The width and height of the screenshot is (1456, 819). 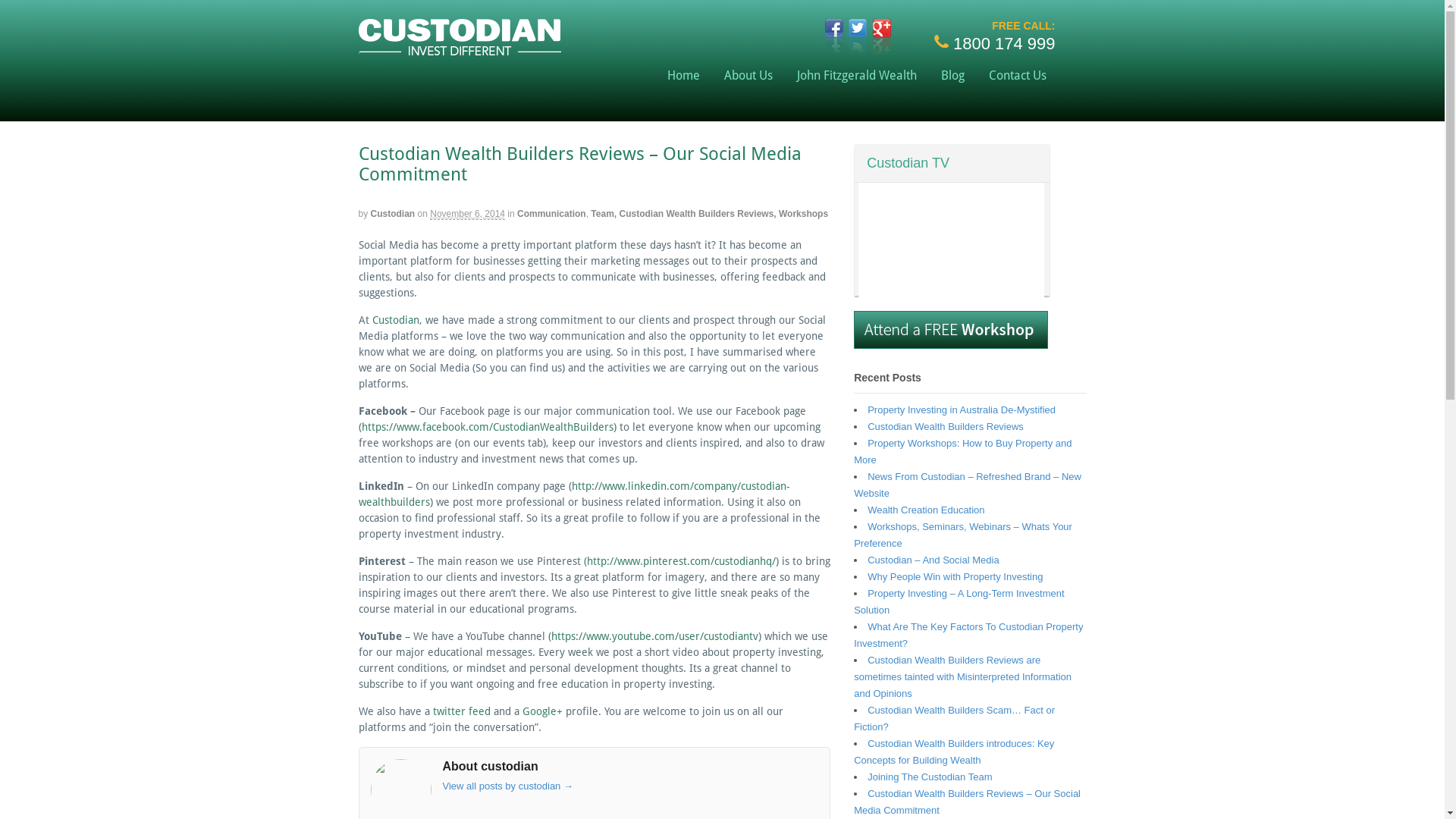 I want to click on 'Property Investing in Australia De-Mystified', so click(x=960, y=409).